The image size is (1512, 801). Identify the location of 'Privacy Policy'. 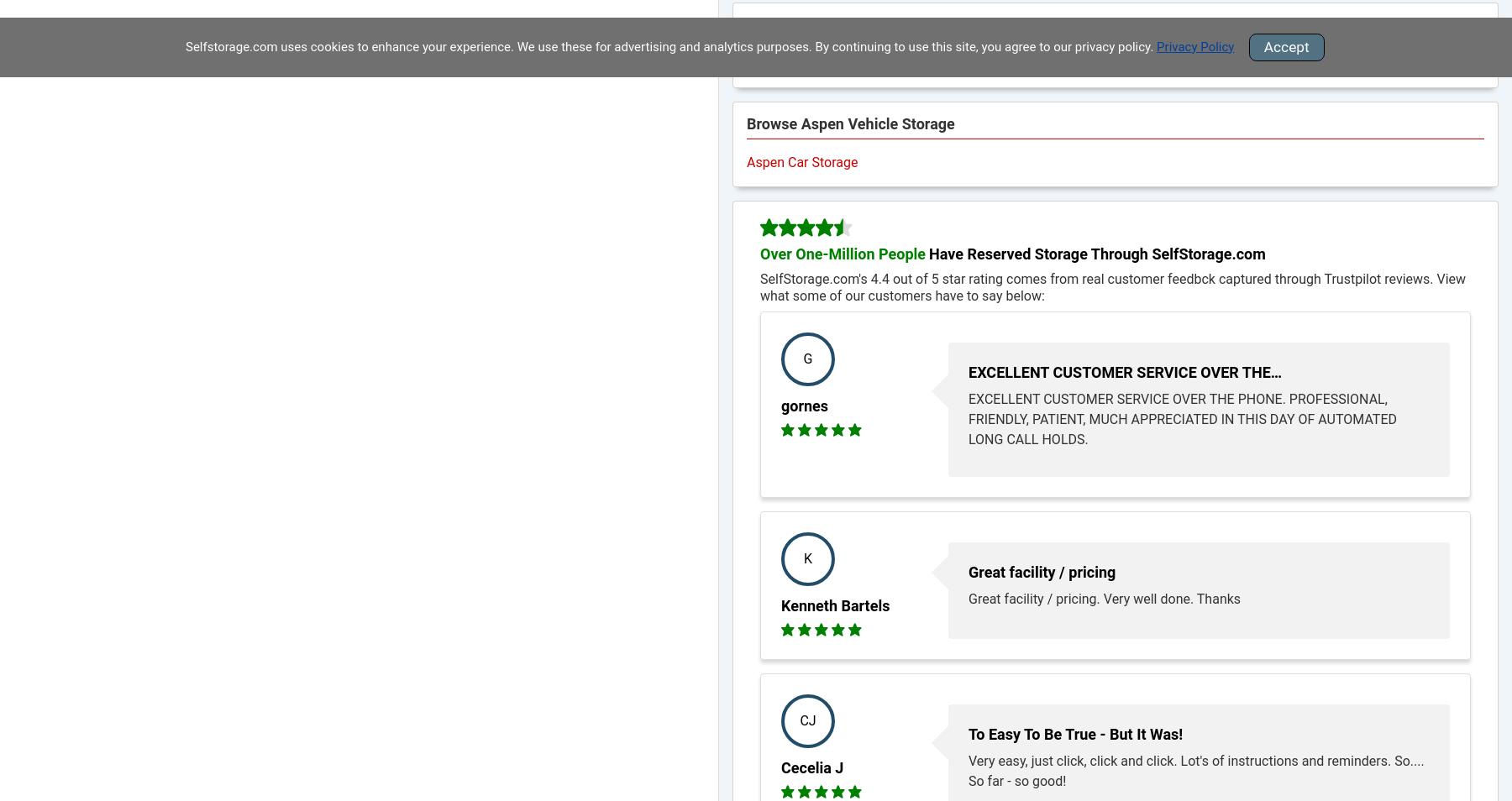
(1156, 45).